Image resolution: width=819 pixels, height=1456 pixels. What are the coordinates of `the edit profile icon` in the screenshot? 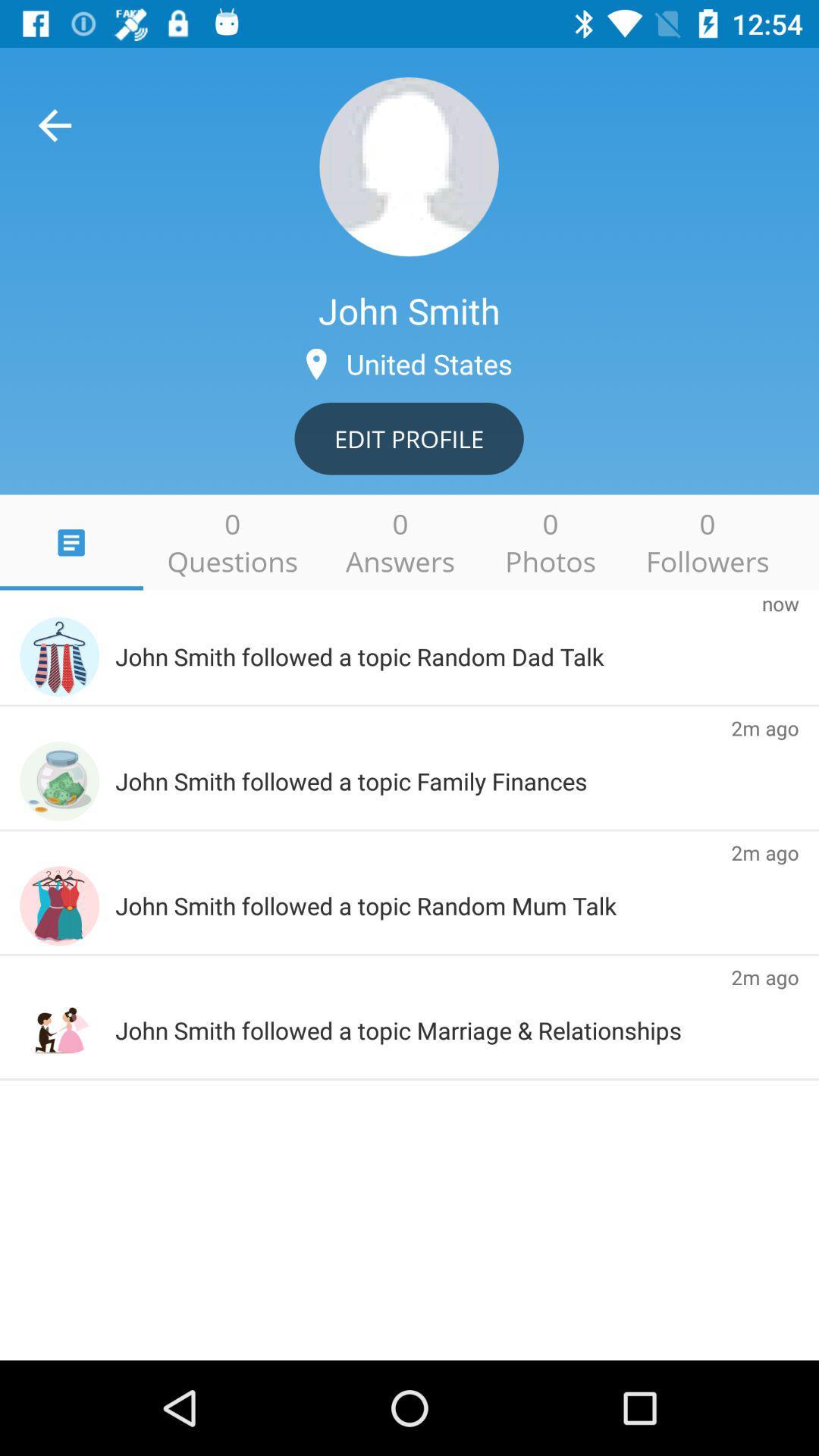 It's located at (408, 438).